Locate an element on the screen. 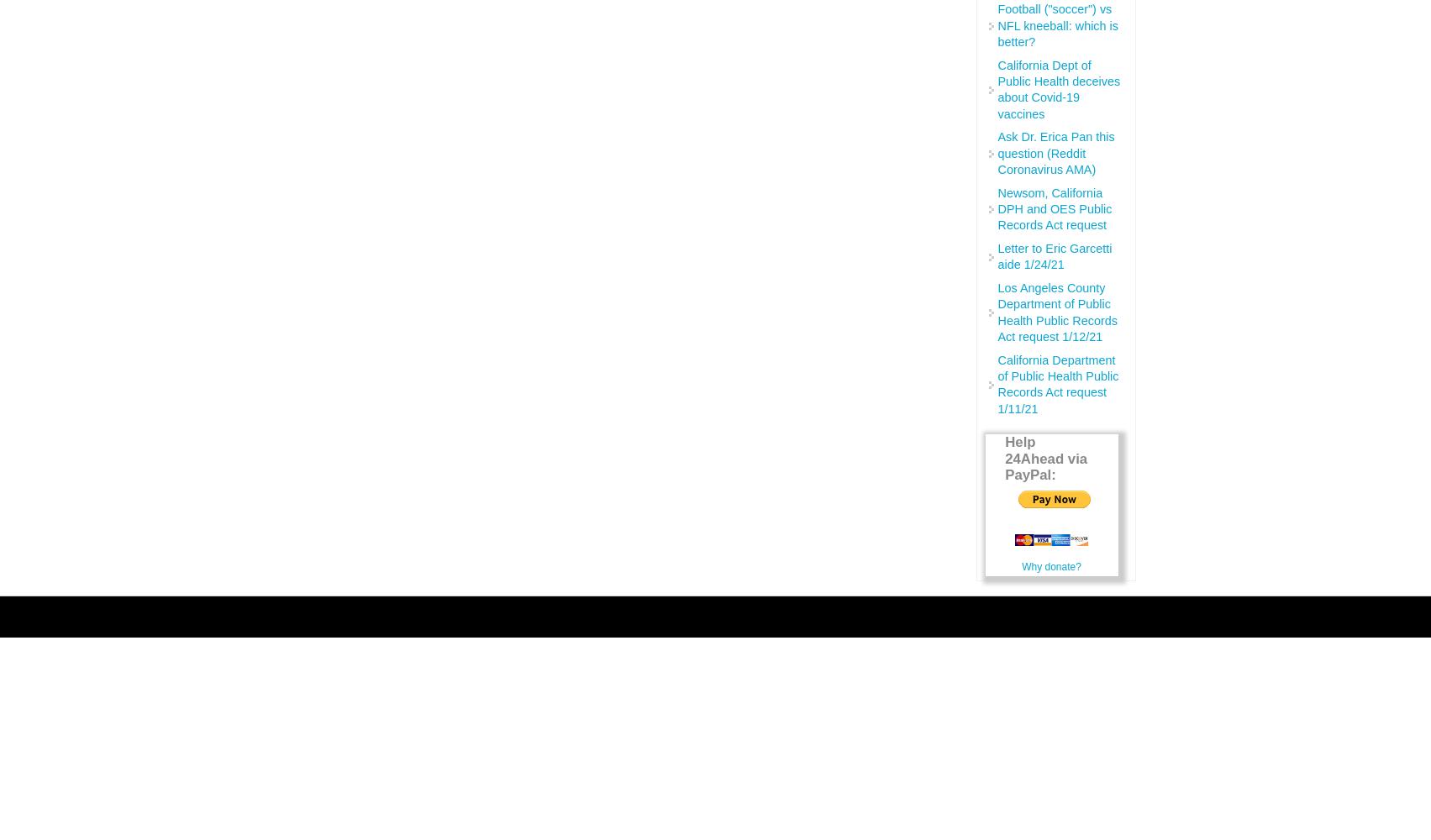 The height and width of the screenshot is (840, 1431). 'Football ("soccer") vs NFL kneeball: which is better?' is located at coordinates (1056, 25).